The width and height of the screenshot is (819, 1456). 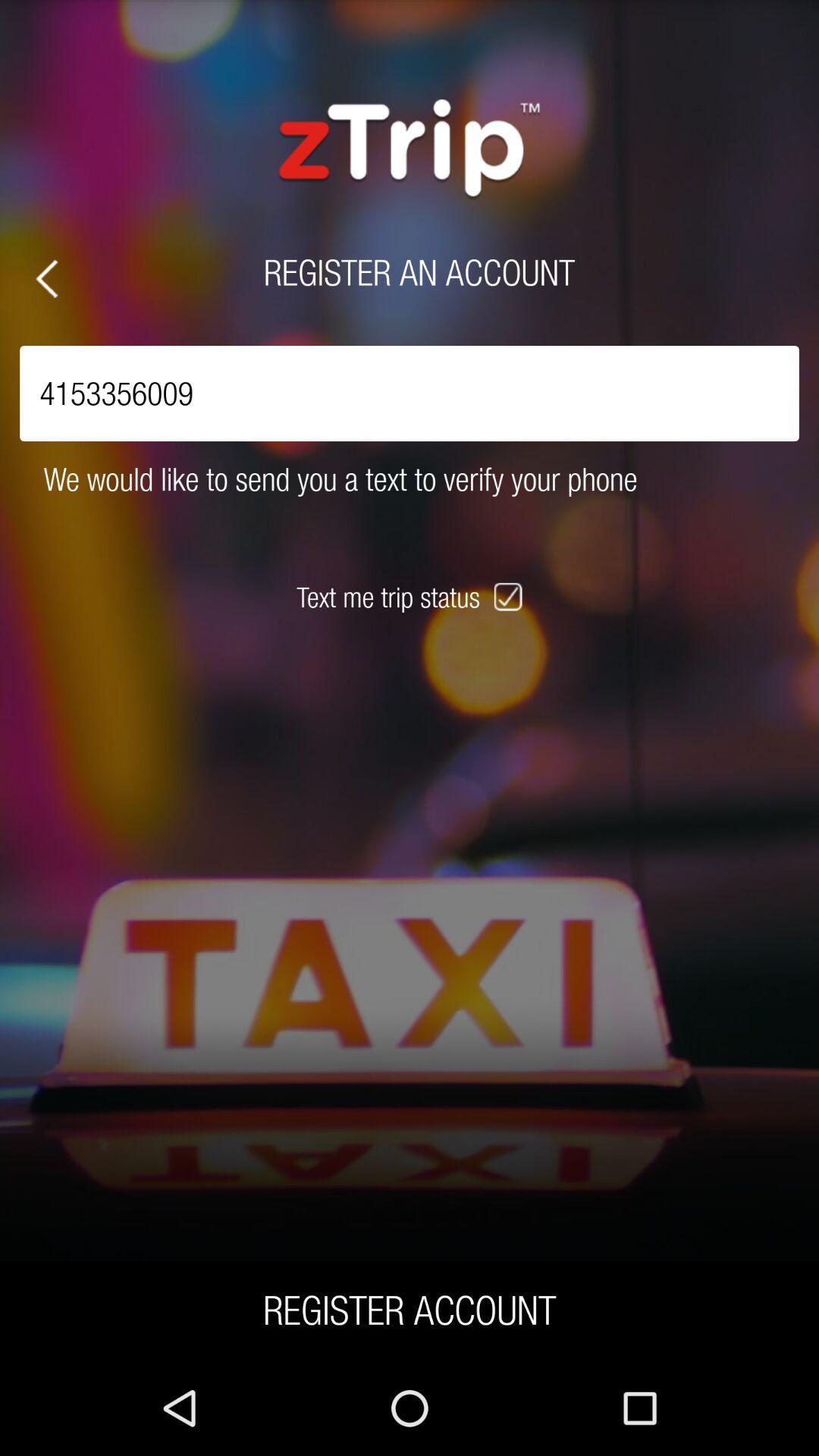 I want to click on the icon to the right of the text me trip item, so click(x=510, y=596).